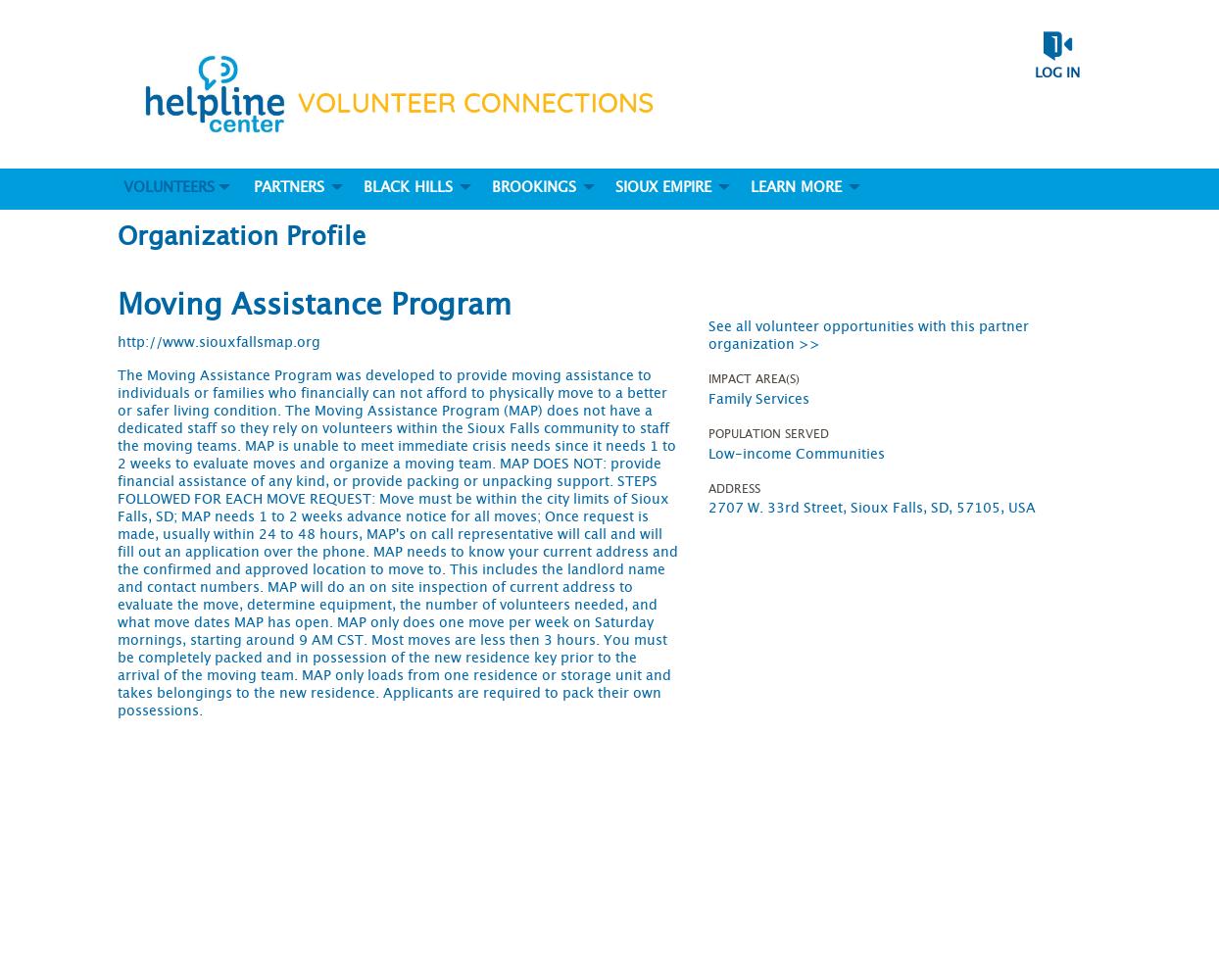 This screenshot has height=980, width=1219. What do you see at coordinates (753, 379) in the screenshot?
I see `'Impact Area(s)'` at bounding box center [753, 379].